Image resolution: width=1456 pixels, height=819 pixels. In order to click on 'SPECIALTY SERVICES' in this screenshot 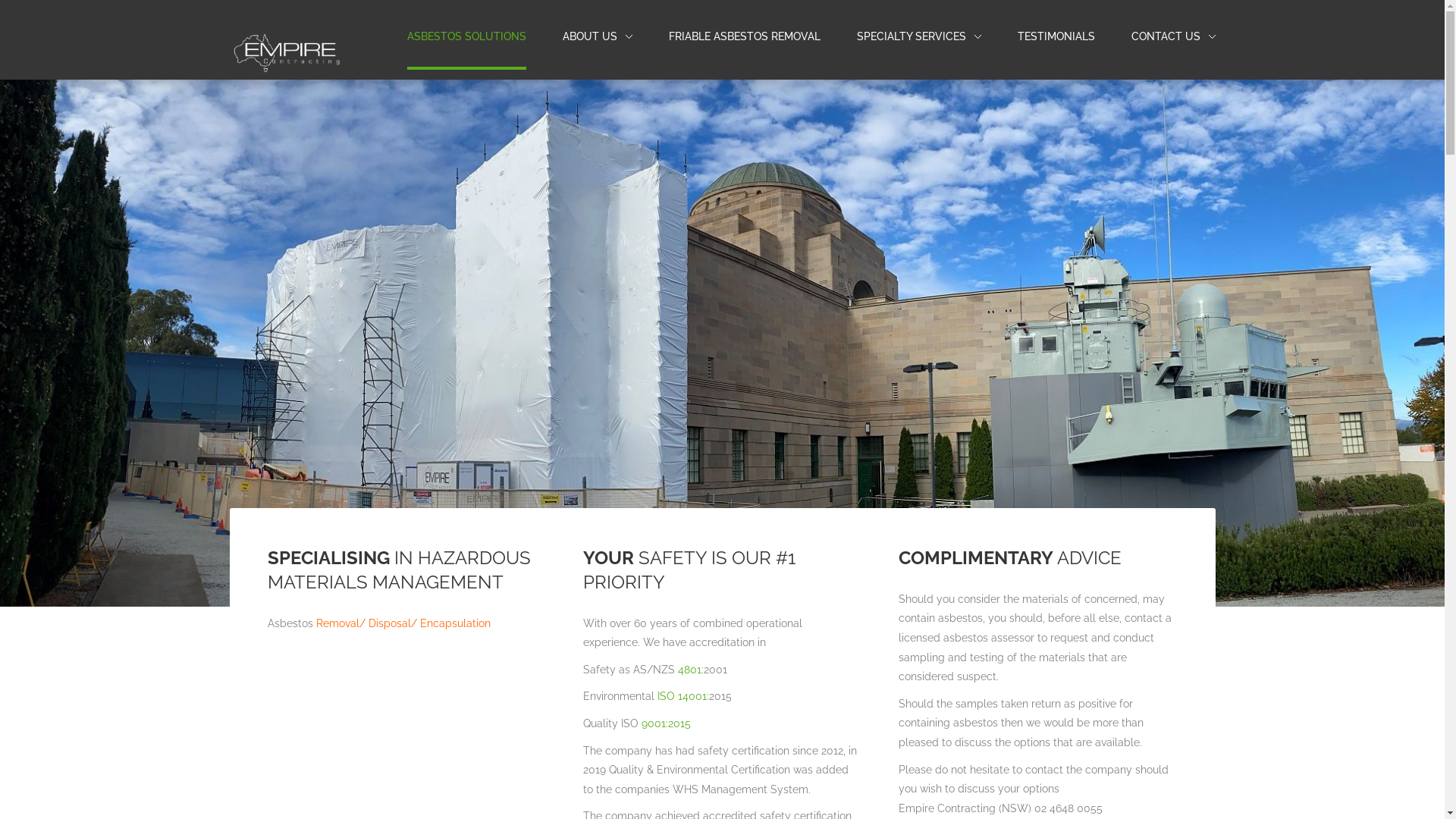, I will do `click(918, 36)`.